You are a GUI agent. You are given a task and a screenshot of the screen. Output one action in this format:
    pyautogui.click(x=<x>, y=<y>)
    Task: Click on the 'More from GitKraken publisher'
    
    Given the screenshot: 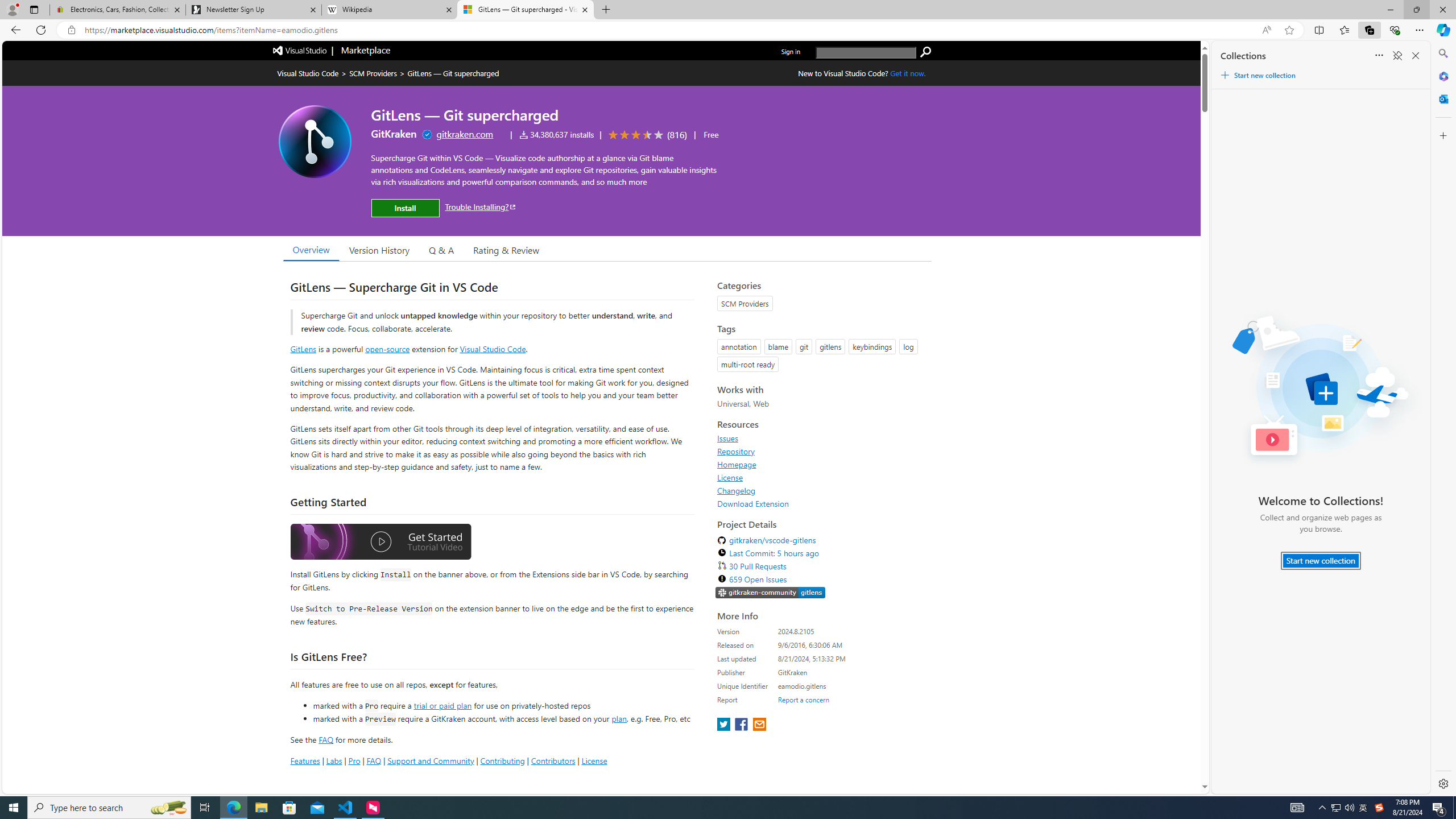 What is the action you would take?
    pyautogui.click(x=394, y=133)
    